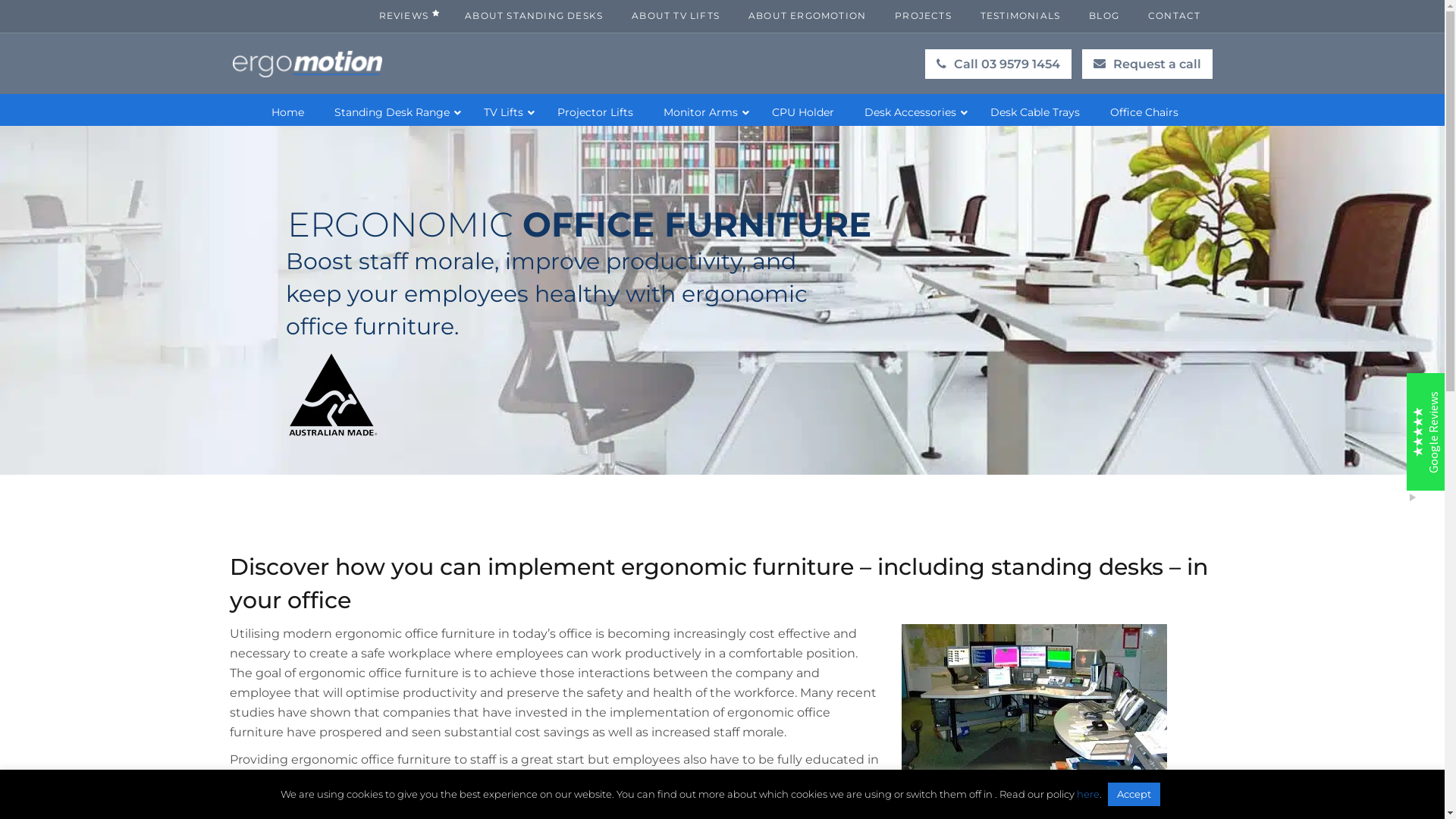 The image size is (1456, 819). What do you see at coordinates (880, 15) in the screenshot?
I see `'PROJECTS'` at bounding box center [880, 15].